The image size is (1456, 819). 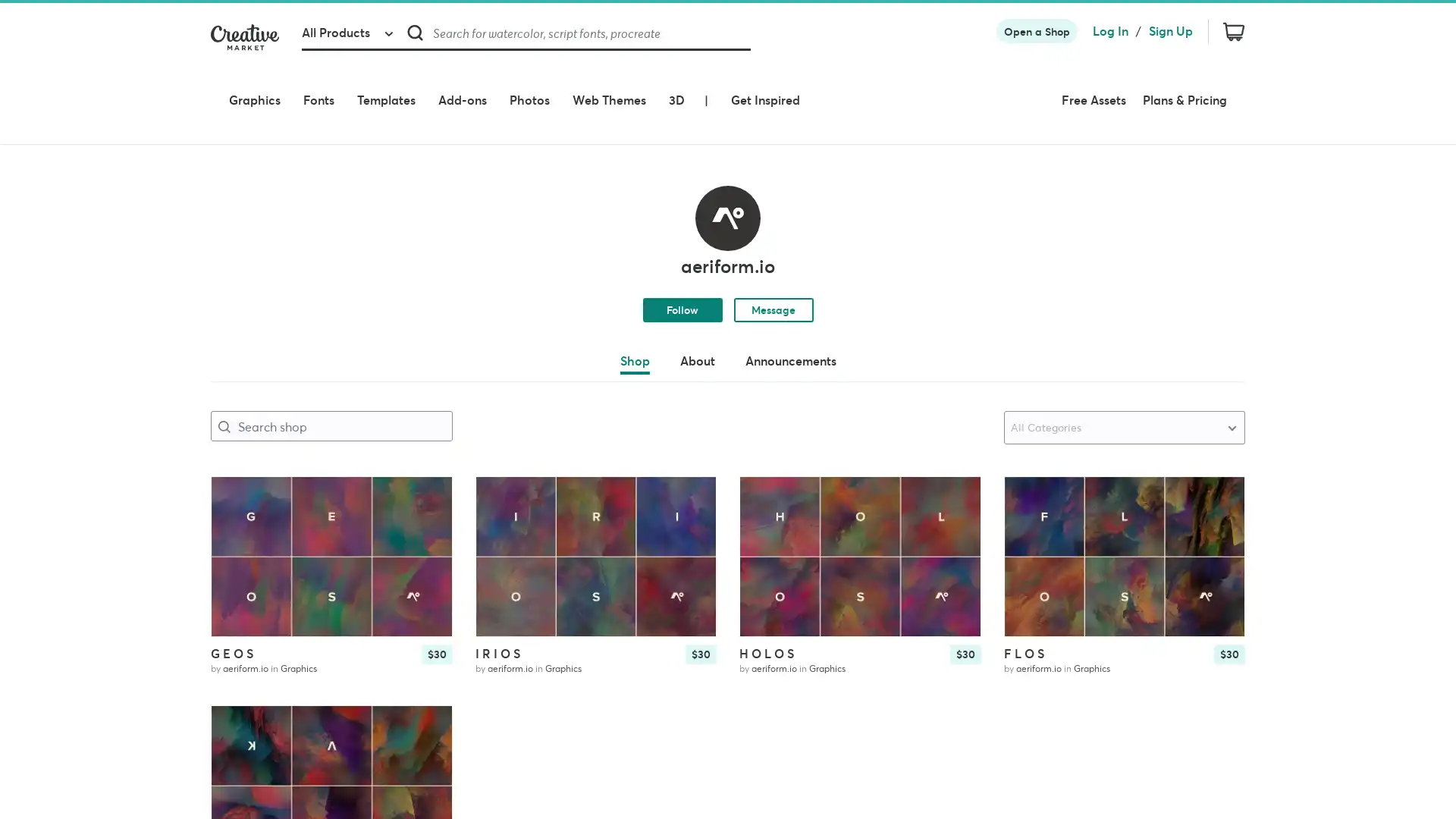 What do you see at coordinates (1220, 444) in the screenshot?
I see `Like` at bounding box center [1220, 444].